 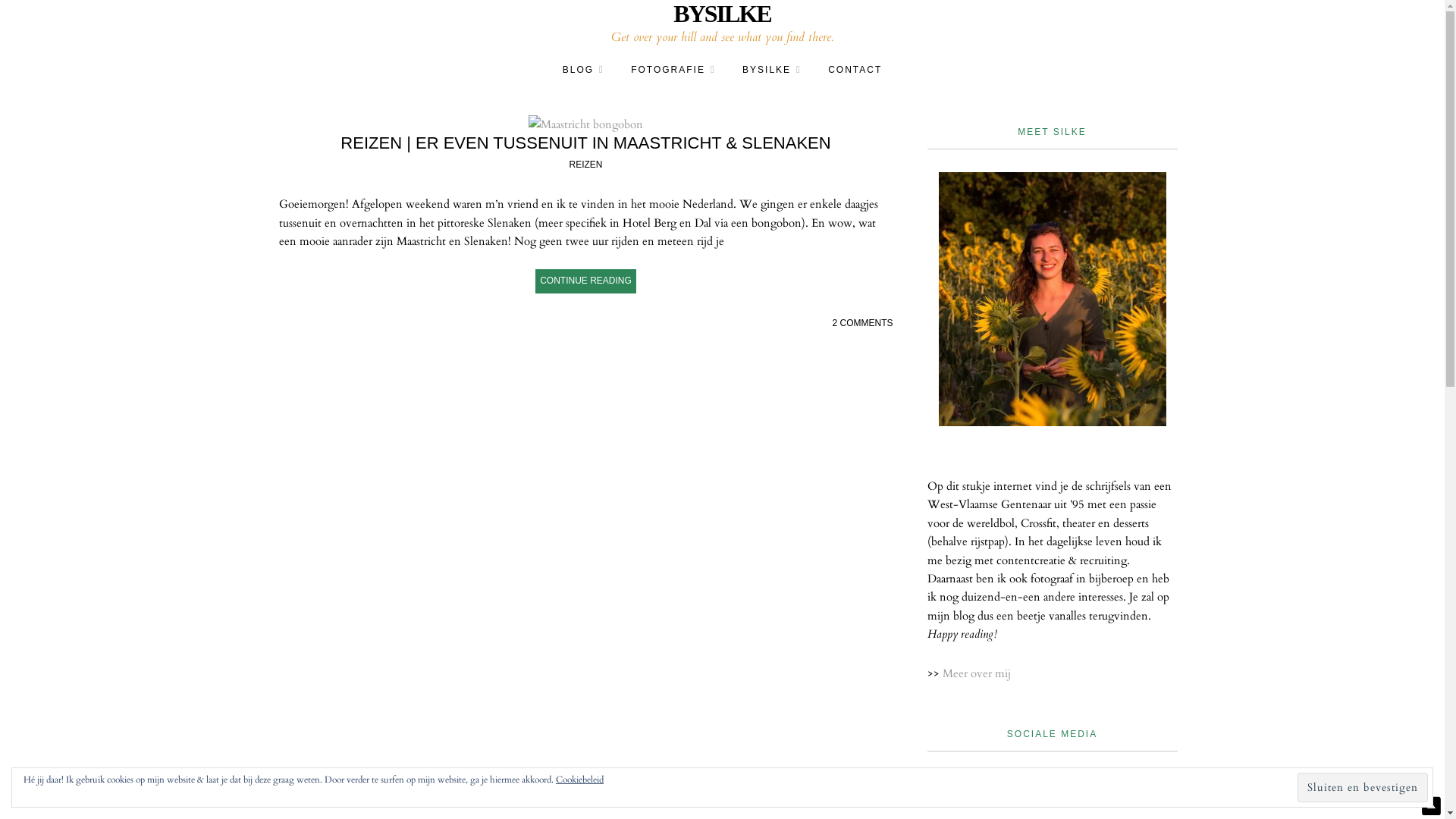 I want to click on 'Meer over mij', so click(x=941, y=672).